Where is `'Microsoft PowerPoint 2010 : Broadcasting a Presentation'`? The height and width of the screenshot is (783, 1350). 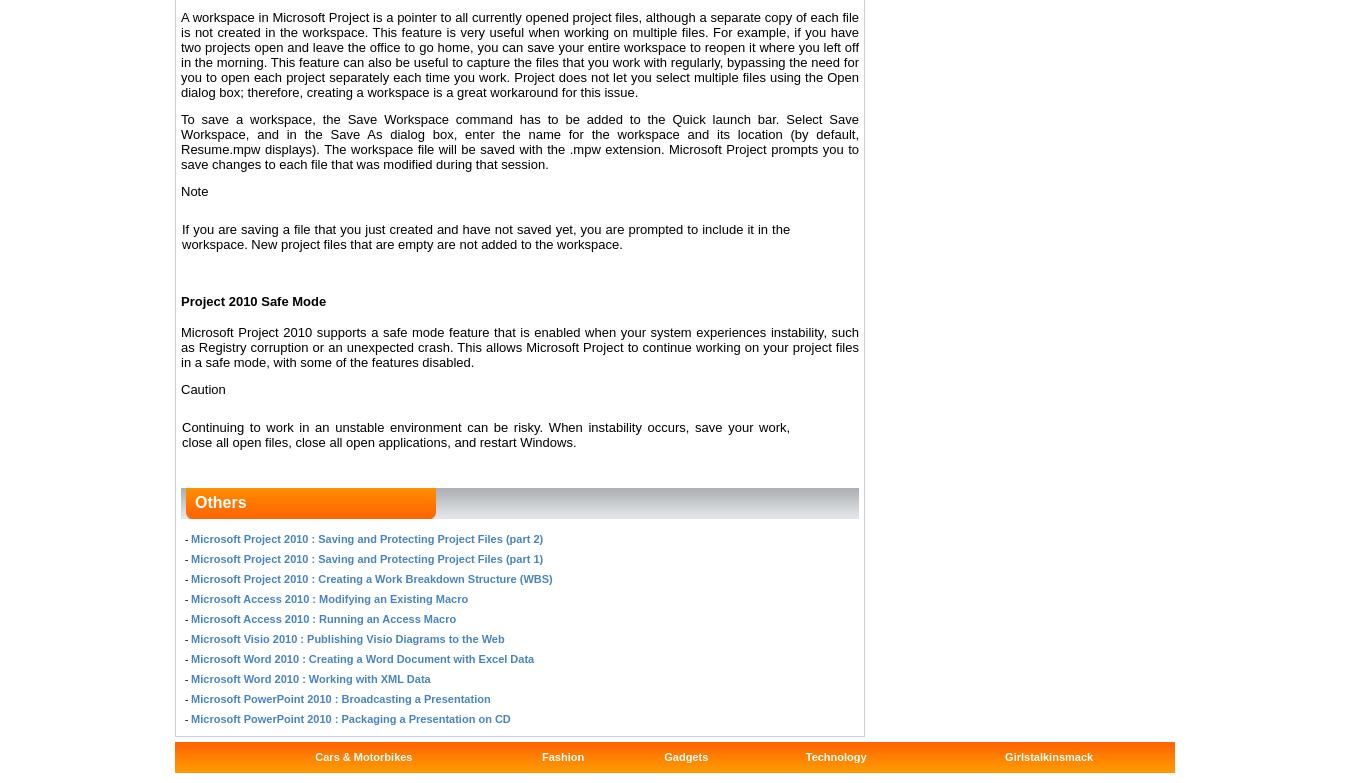
'Microsoft PowerPoint 2010 : Broadcasting a Presentation' is located at coordinates (191, 696).